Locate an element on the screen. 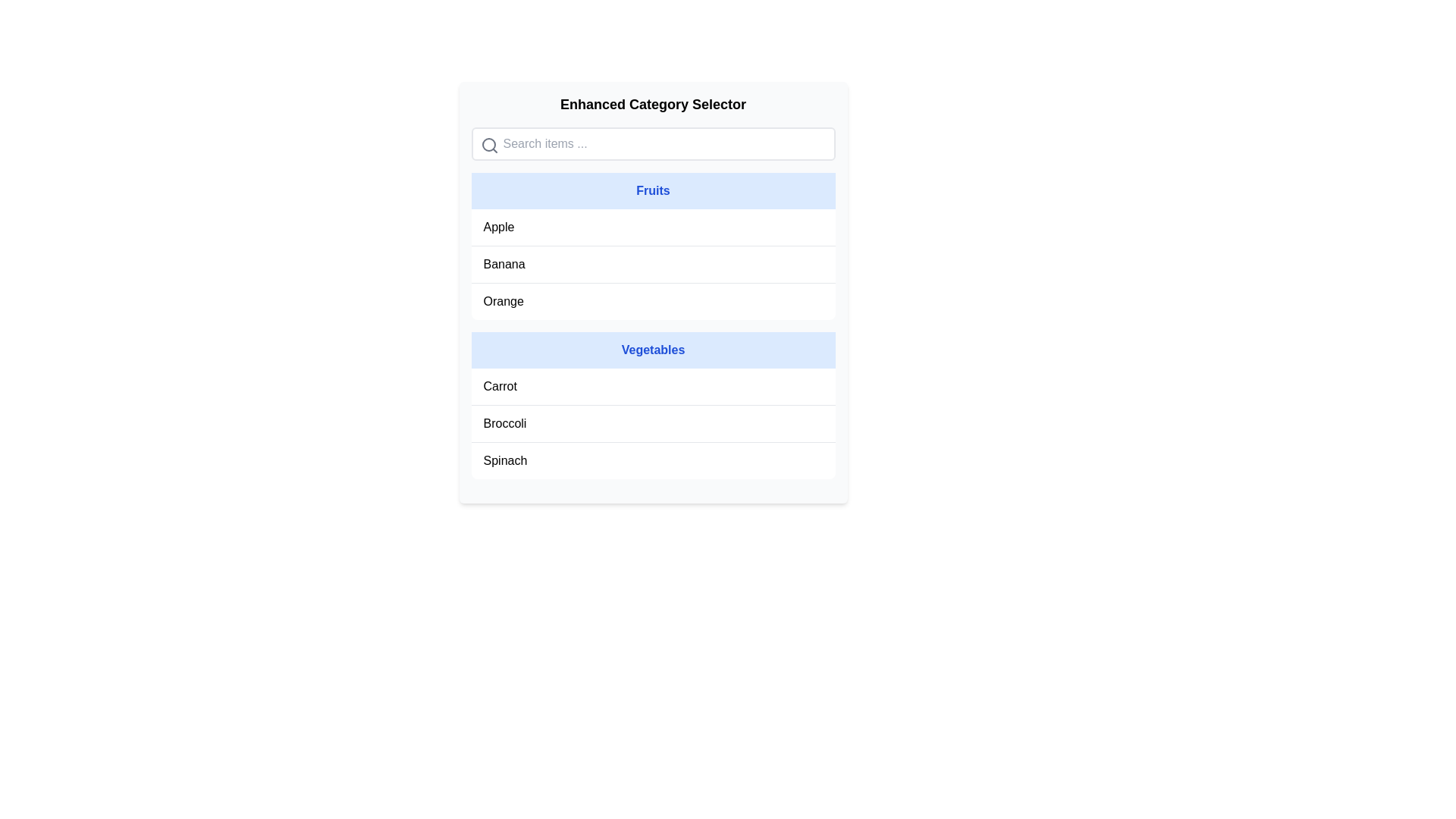 The width and height of the screenshot is (1456, 819). the row labeled 'Banana' within the 'Fruits' section is located at coordinates (653, 263).